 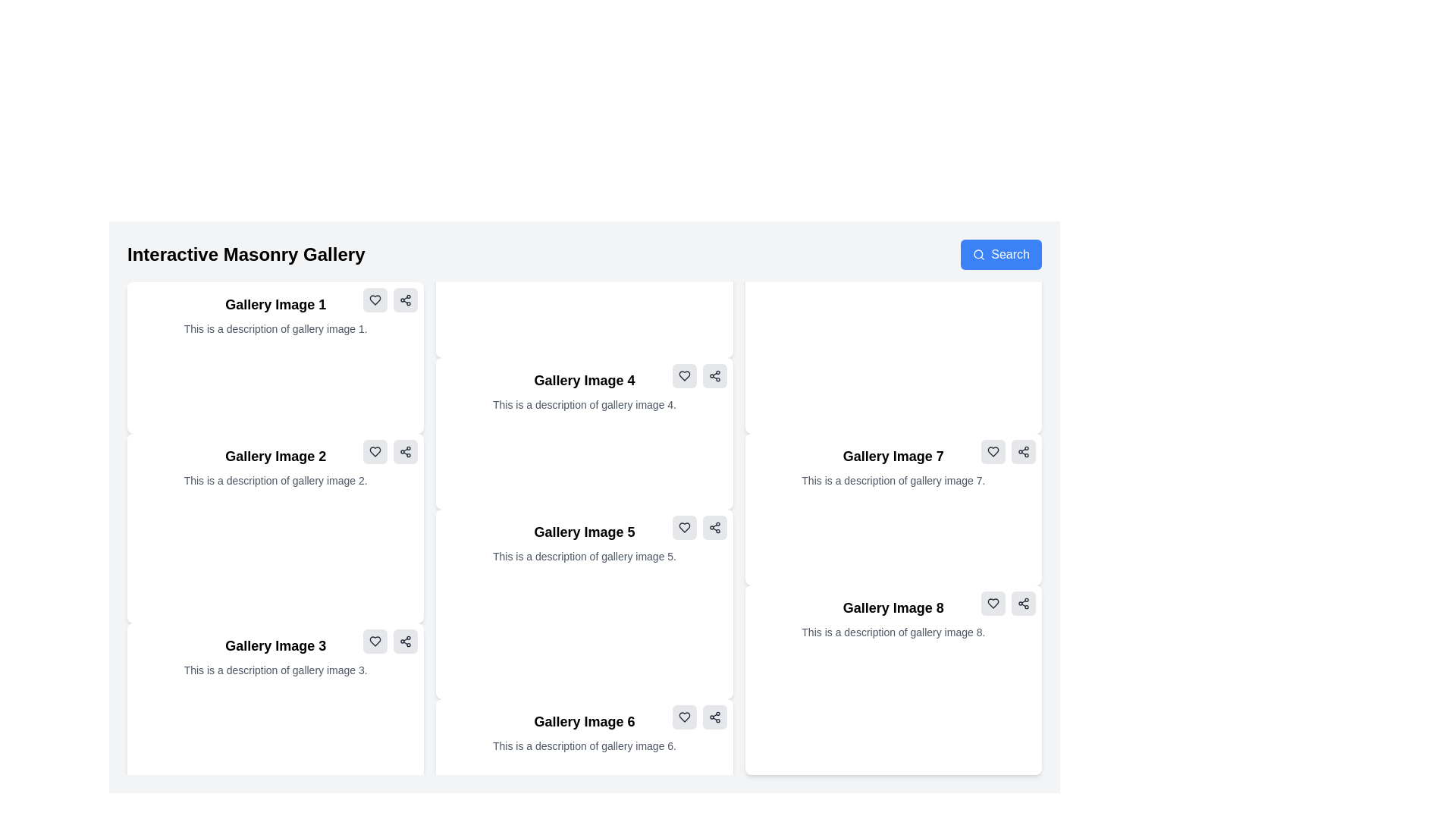 What do you see at coordinates (406, 300) in the screenshot?
I see `the share icon located in the top-right control panel of the 'Gallery Image 2' card` at bounding box center [406, 300].